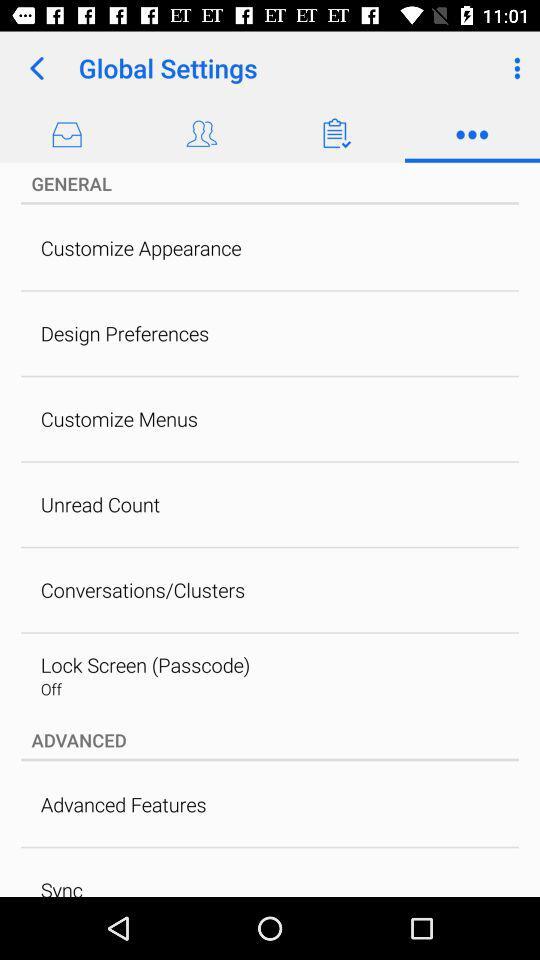 The height and width of the screenshot is (960, 540). I want to click on conversations/clusters app, so click(142, 590).